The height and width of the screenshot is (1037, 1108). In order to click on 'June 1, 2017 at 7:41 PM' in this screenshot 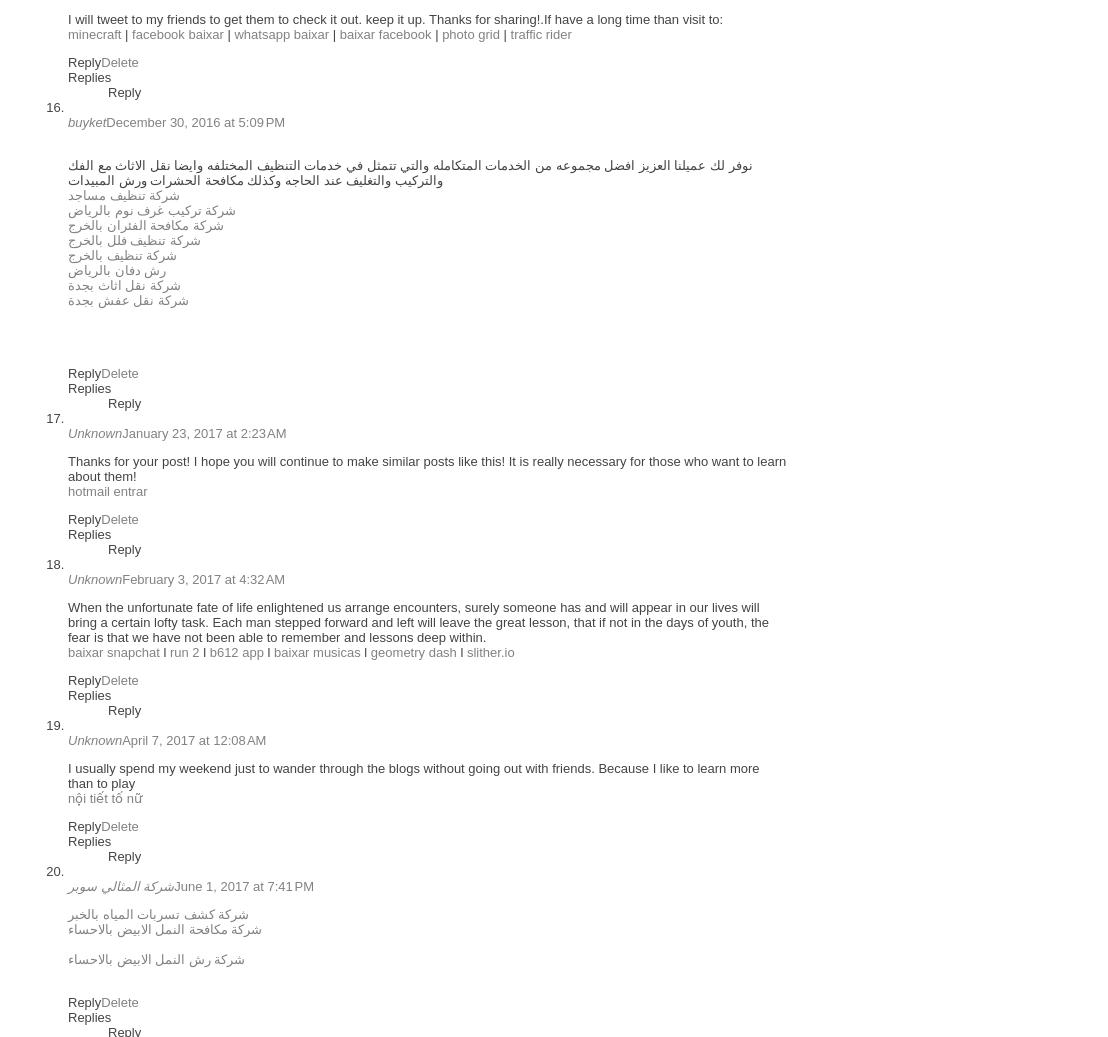, I will do `click(242, 886)`.